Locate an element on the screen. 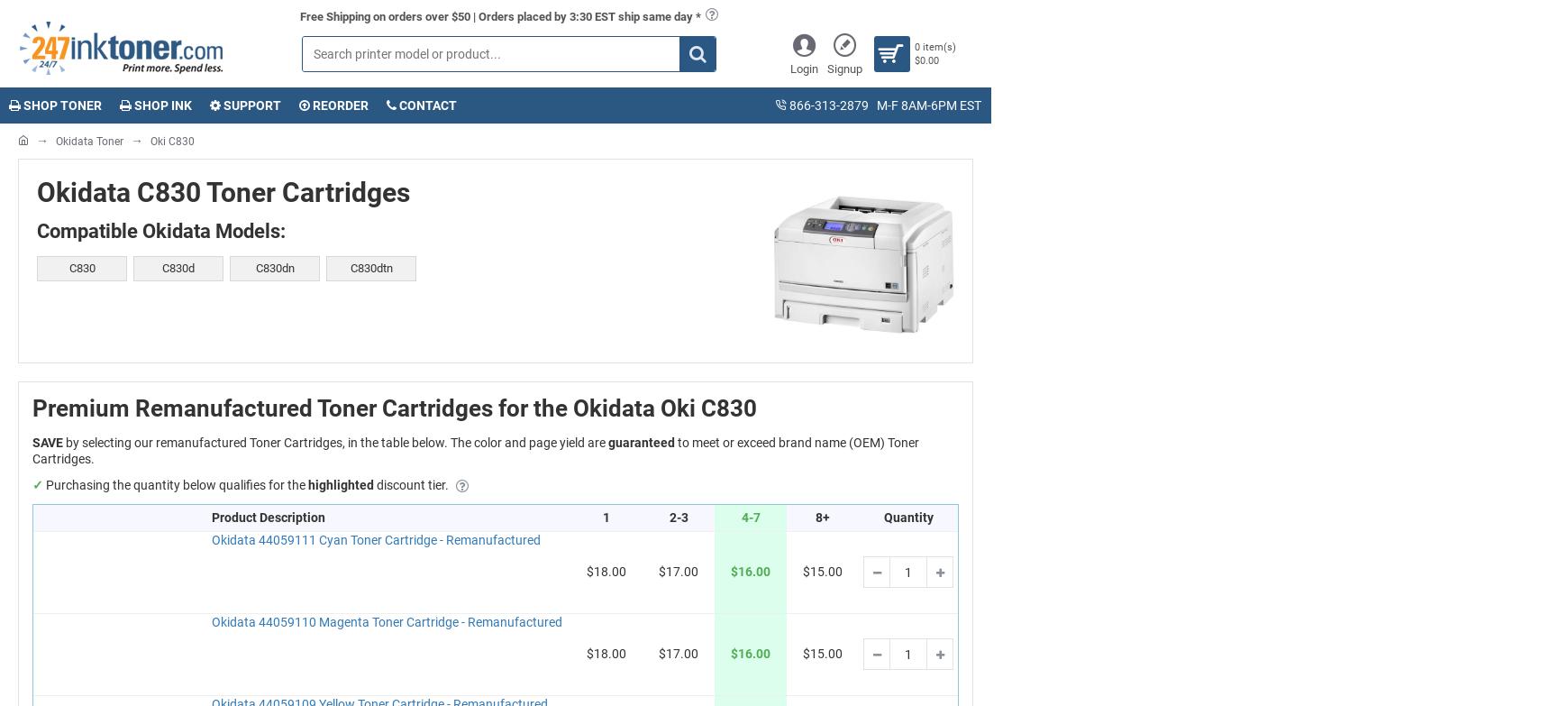 The image size is (1568, 706). 'Reorder' is located at coordinates (309, 104).